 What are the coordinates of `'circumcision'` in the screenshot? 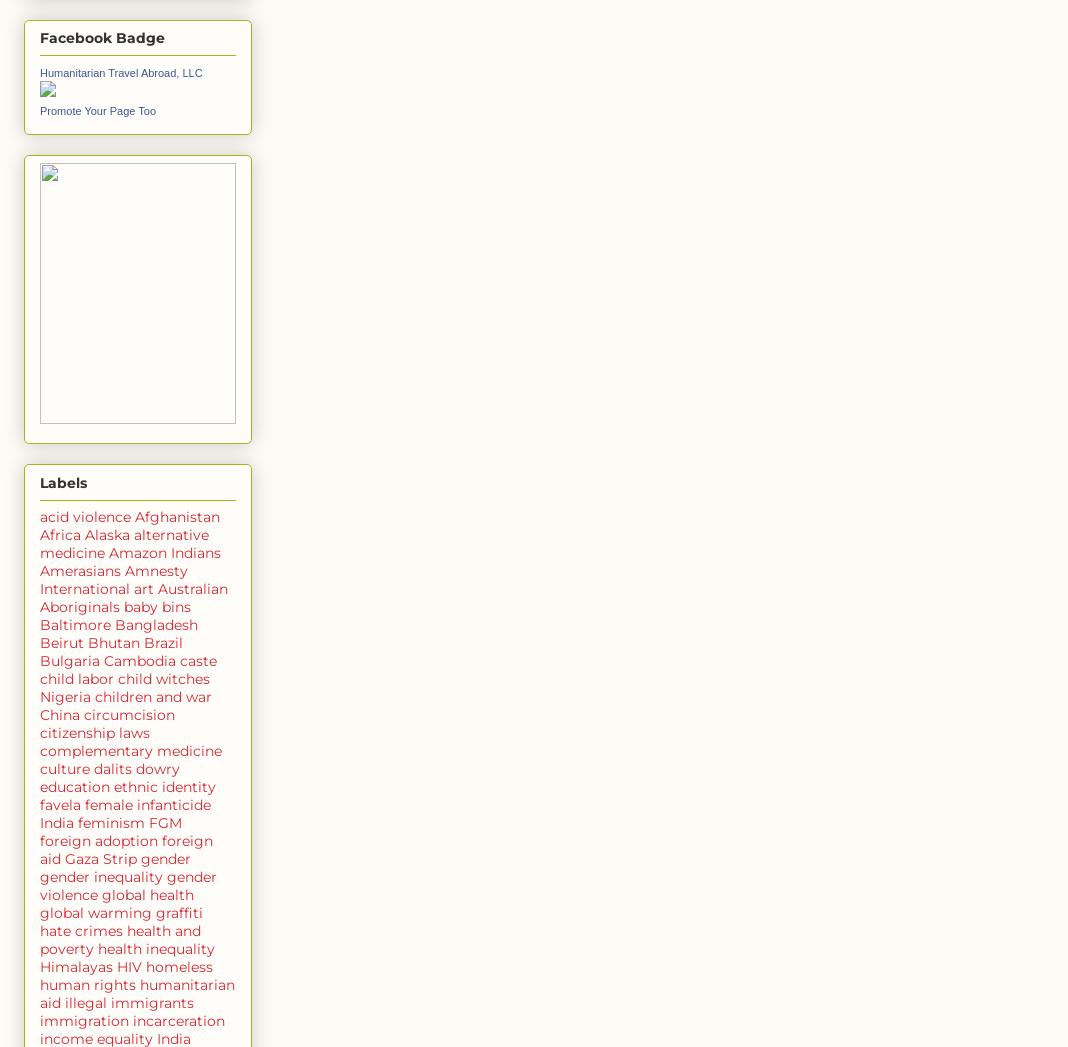 It's located at (128, 712).